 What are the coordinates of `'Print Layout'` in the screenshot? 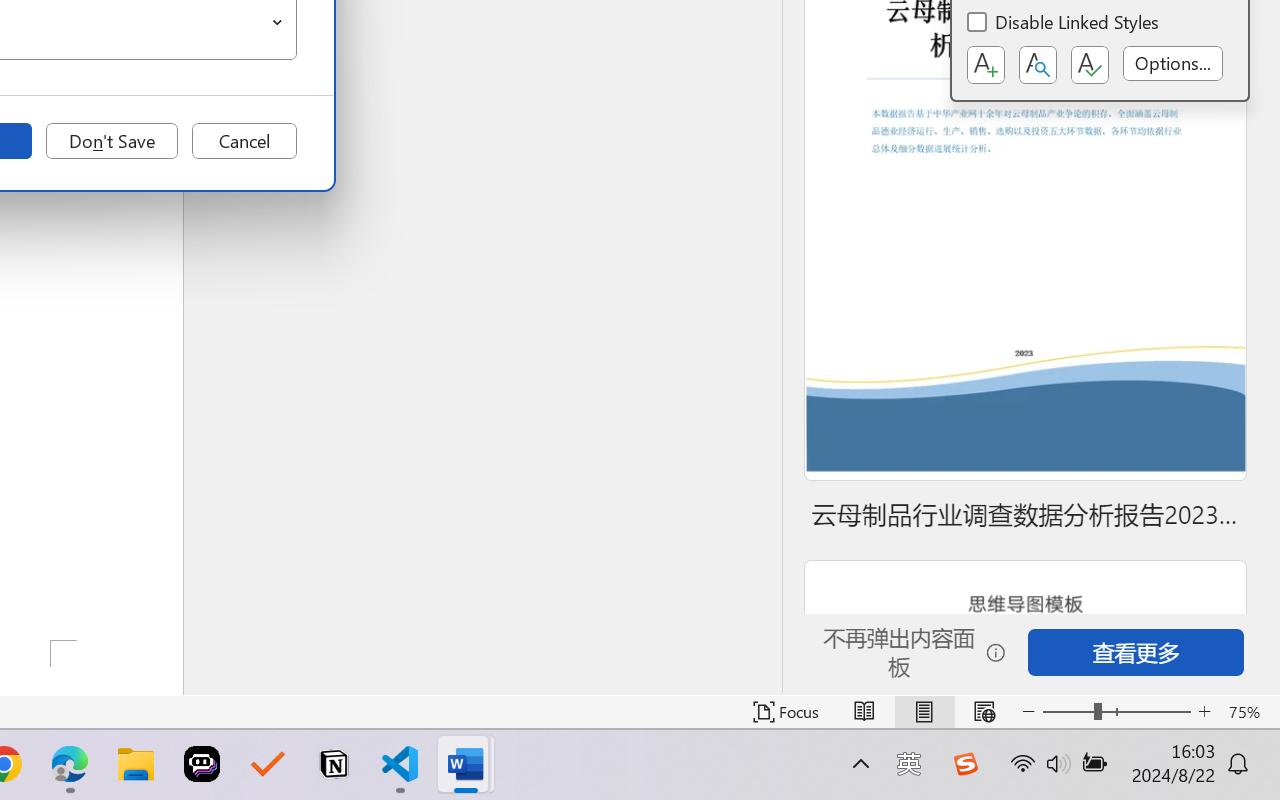 It's located at (923, 711).